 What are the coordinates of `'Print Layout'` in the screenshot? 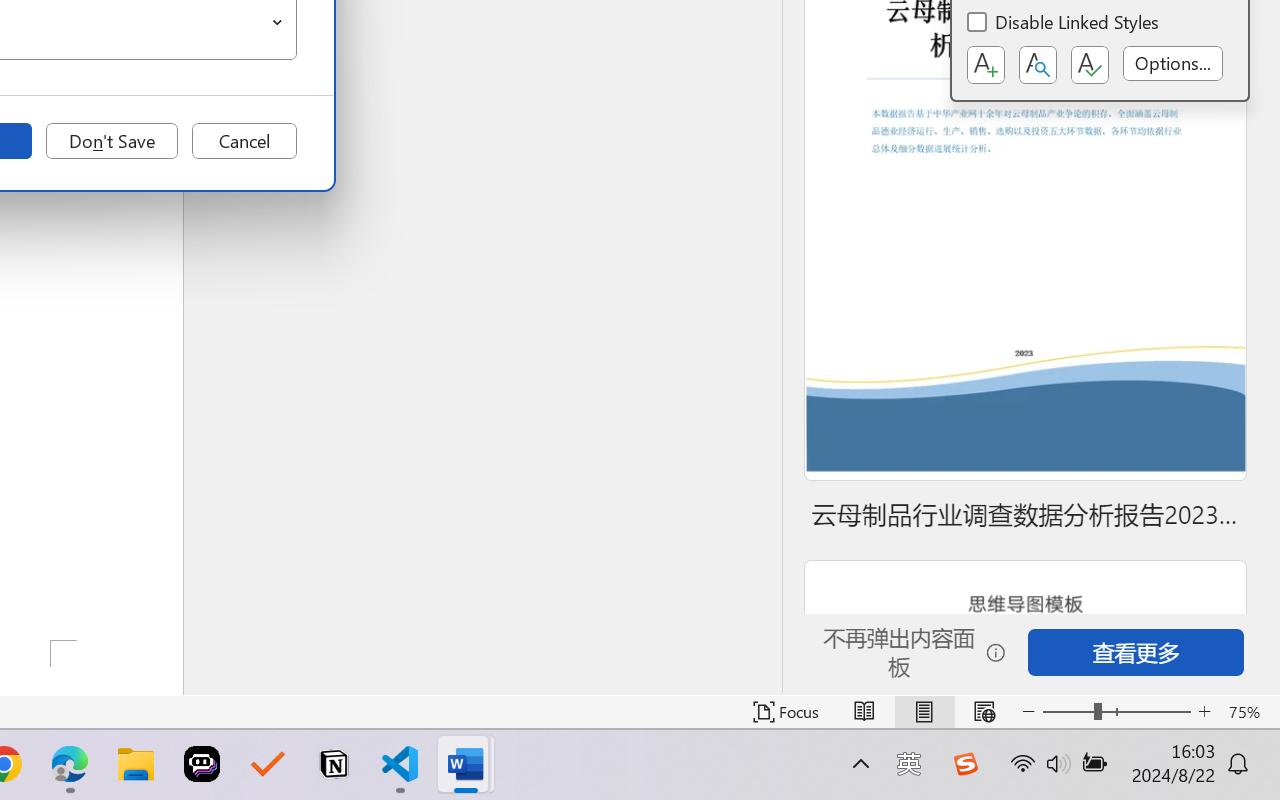 It's located at (923, 711).